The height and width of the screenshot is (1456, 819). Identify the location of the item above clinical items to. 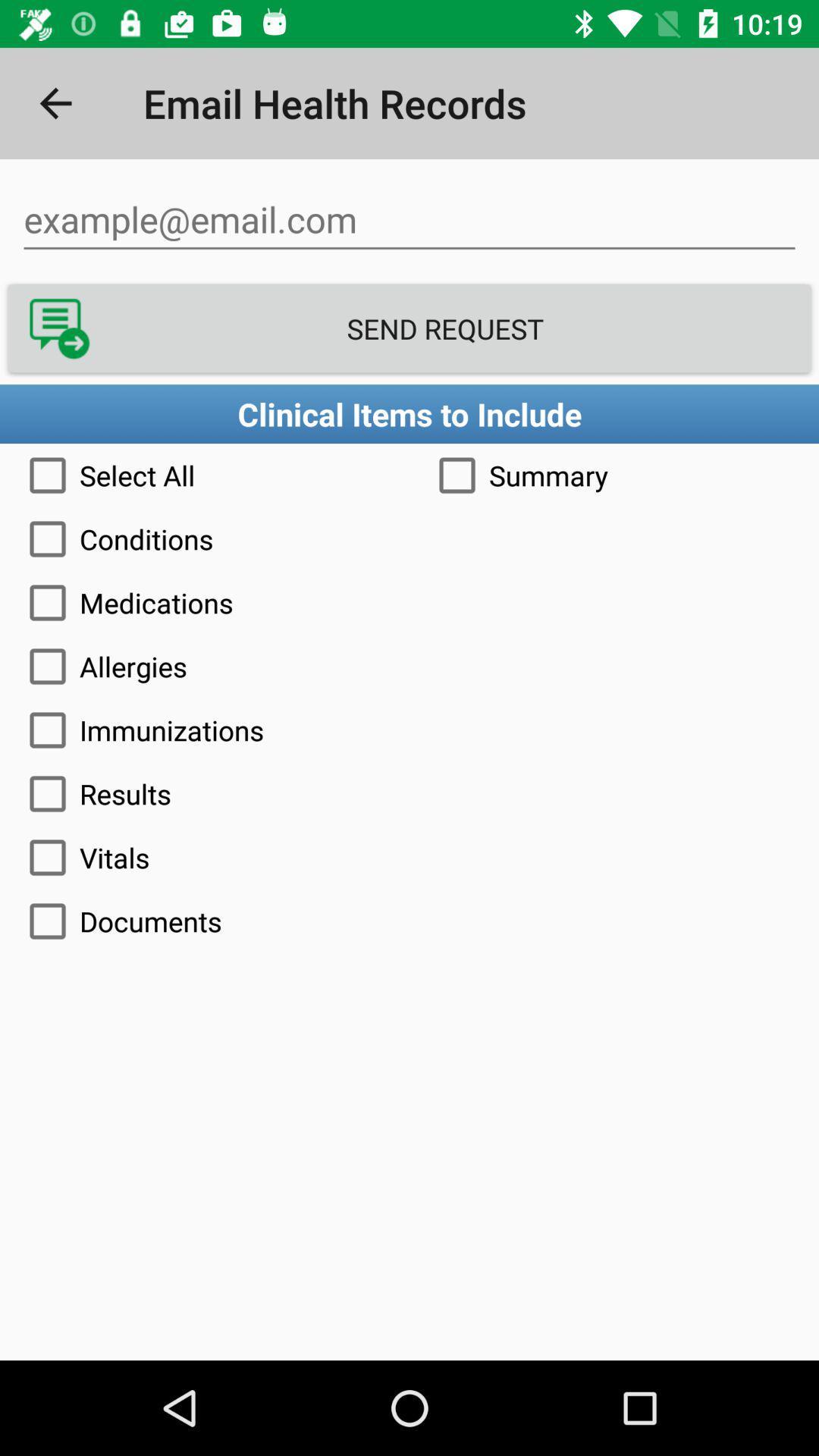
(409, 328).